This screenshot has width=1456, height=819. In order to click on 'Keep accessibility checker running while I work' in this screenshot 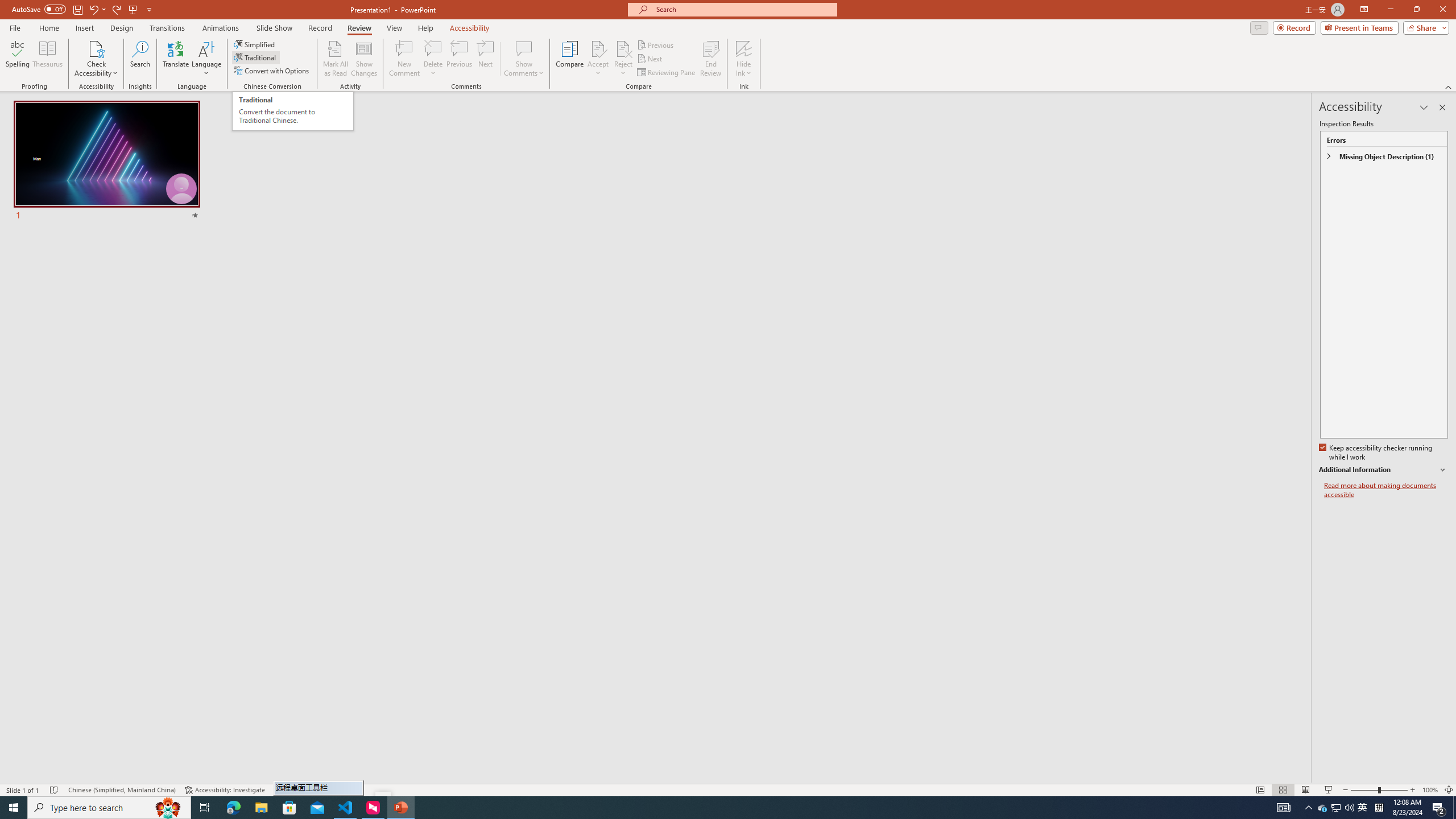, I will do `click(1376, 453)`.